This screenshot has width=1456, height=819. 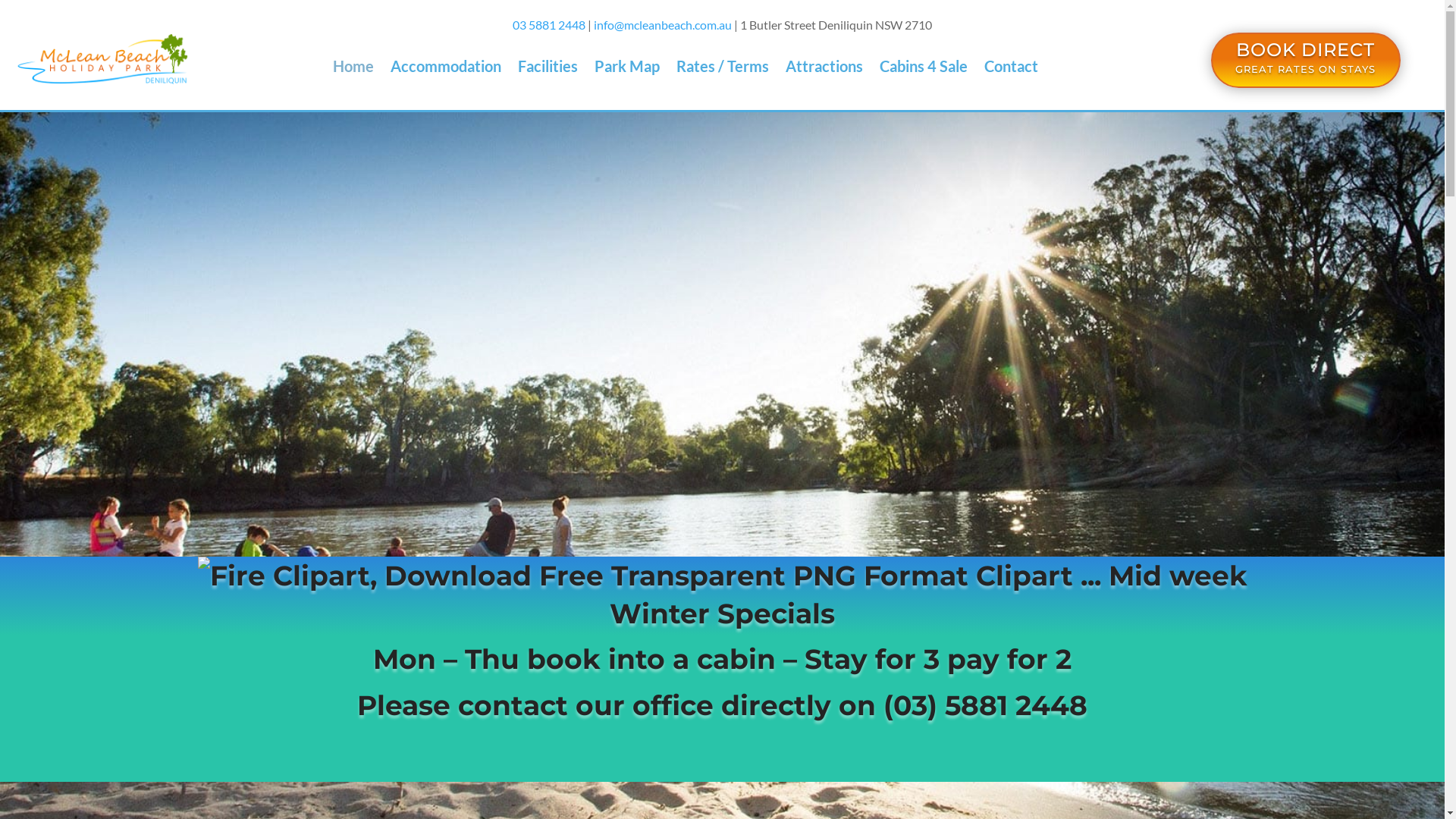 I want to click on 'McLean Beach Holiday Park', so click(x=14, y=58).